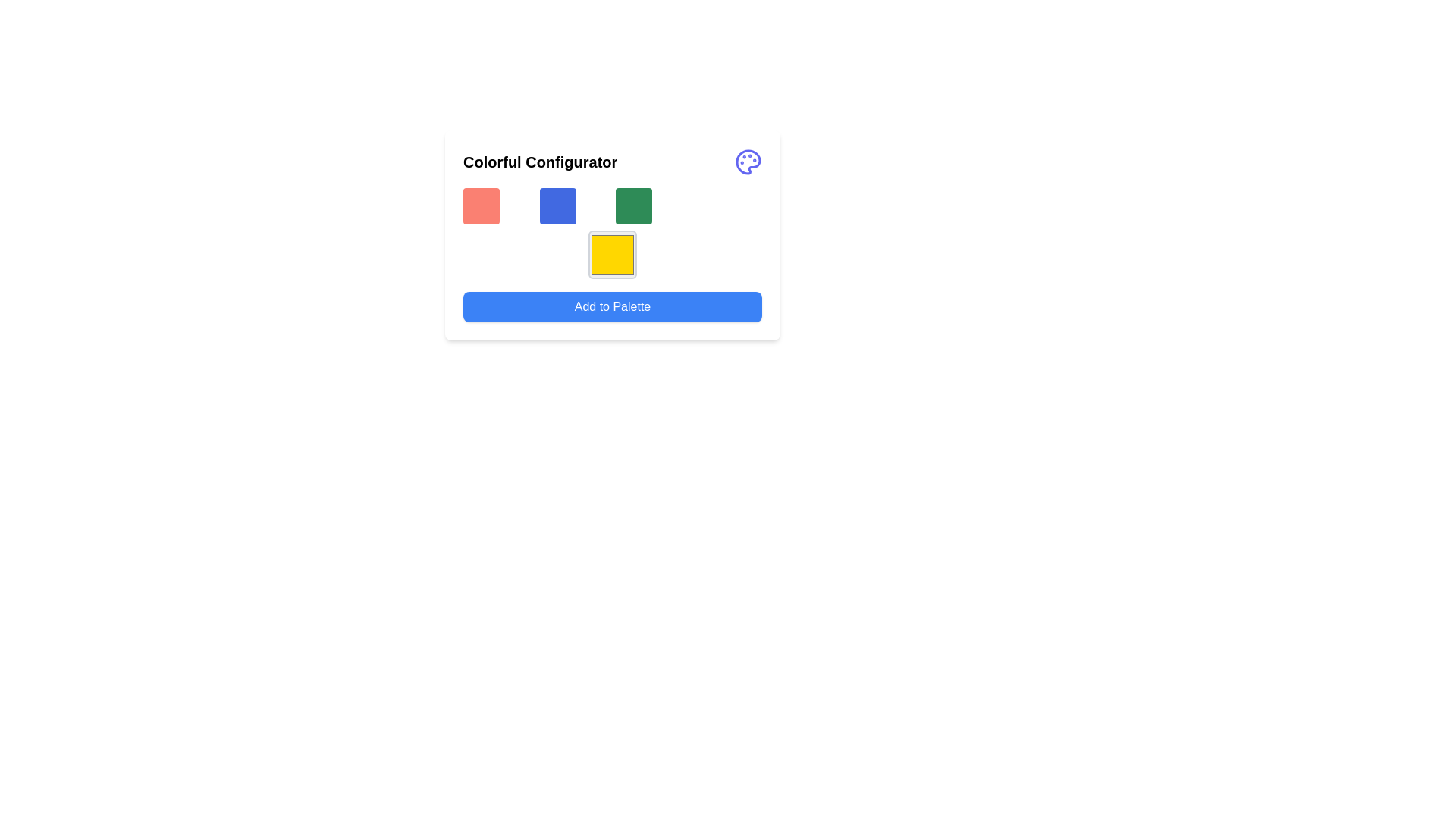 The width and height of the screenshot is (1456, 819). I want to click on the green square with rounded corners, which is the third square in a horizontally aligned grid of four squares, so click(633, 206).